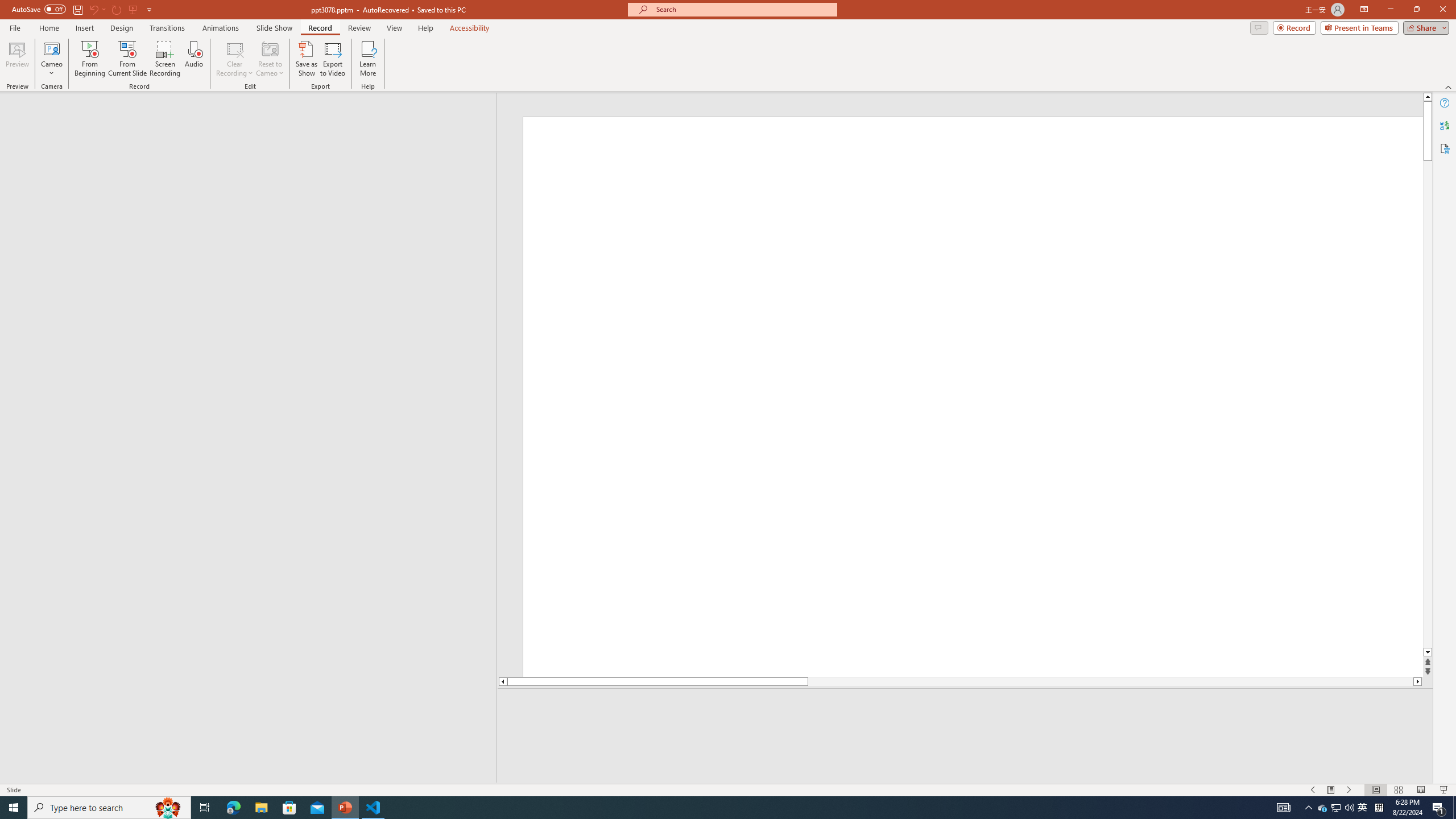 This screenshot has height=819, width=1456. What do you see at coordinates (368, 59) in the screenshot?
I see `'Learn More'` at bounding box center [368, 59].